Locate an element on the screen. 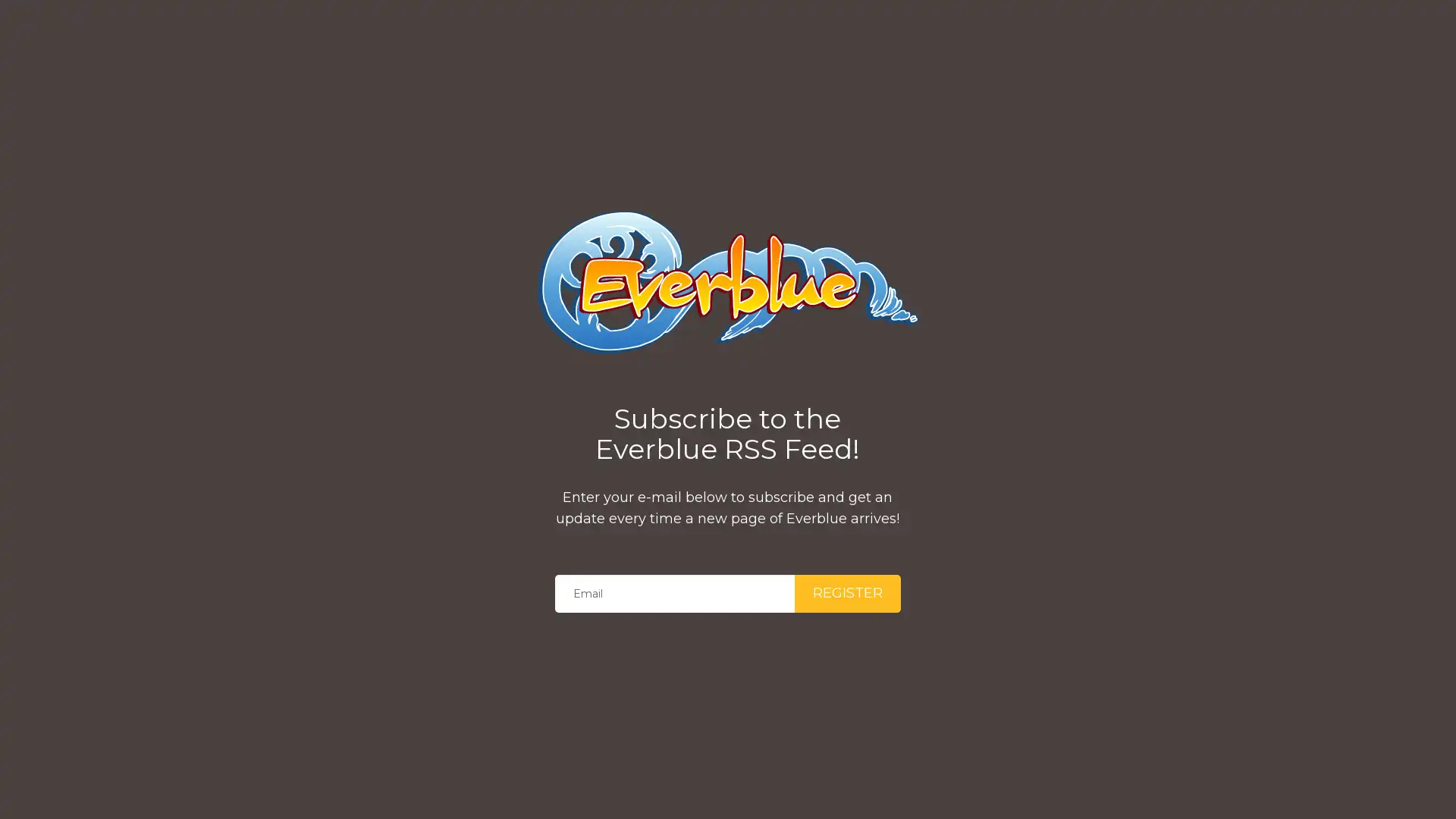 The image size is (1456, 819). REGISTER is located at coordinates (847, 593).